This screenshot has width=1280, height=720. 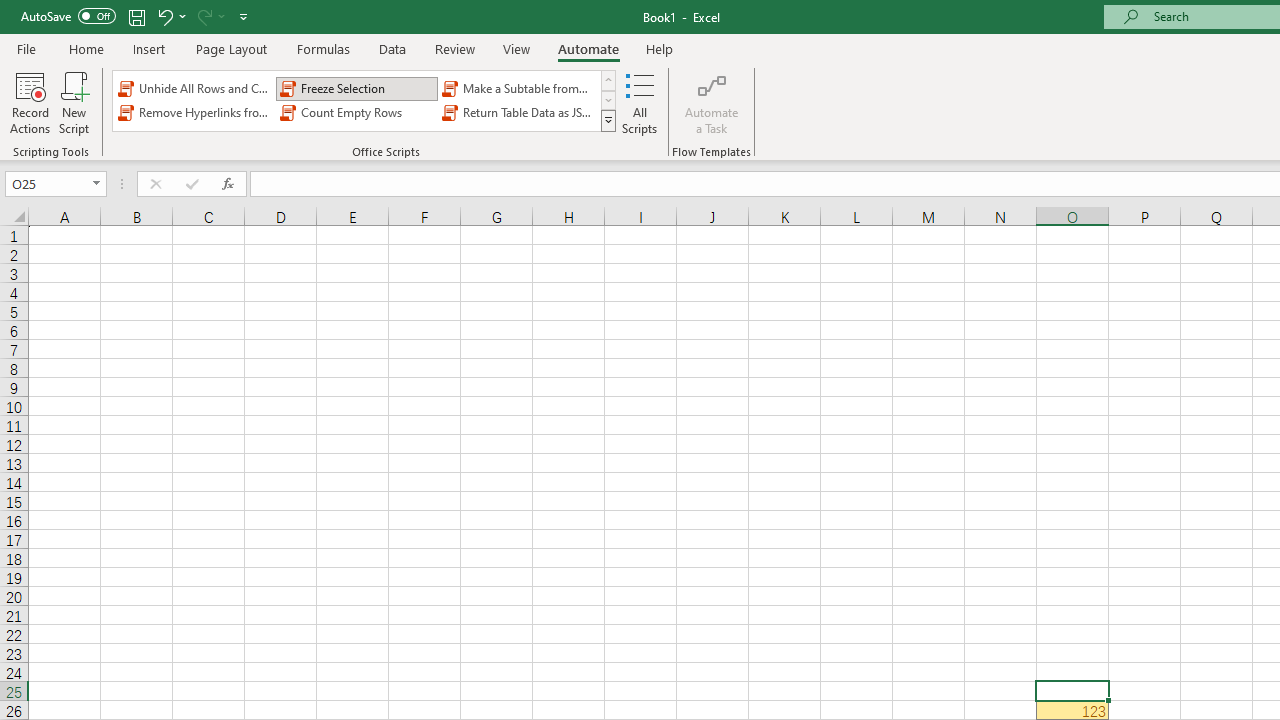 I want to click on 'Row Down', so click(x=607, y=100).